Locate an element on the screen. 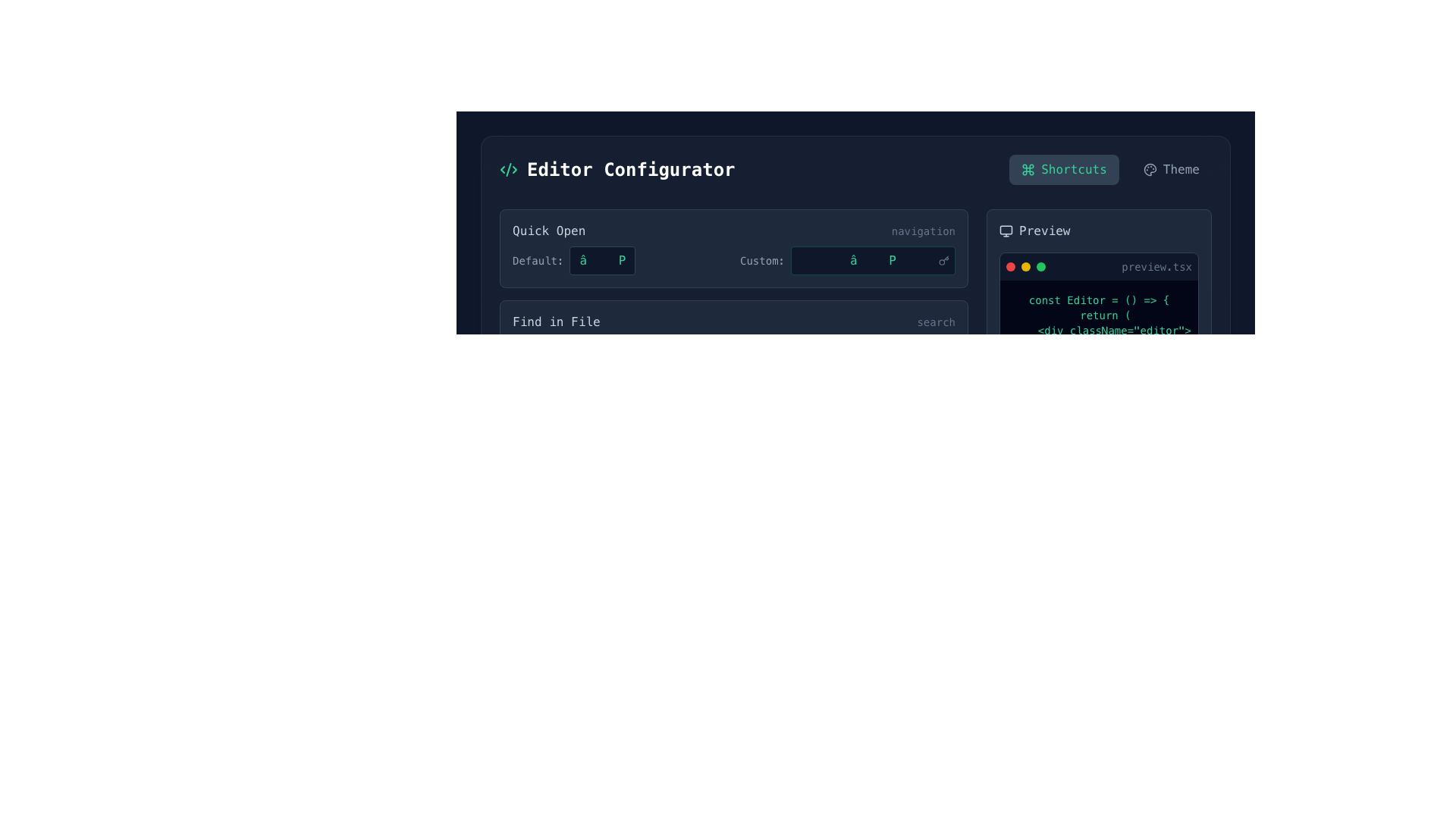 This screenshot has width=1456, height=819. the first button in the top-right section of the interface is located at coordinates (1063, 169).